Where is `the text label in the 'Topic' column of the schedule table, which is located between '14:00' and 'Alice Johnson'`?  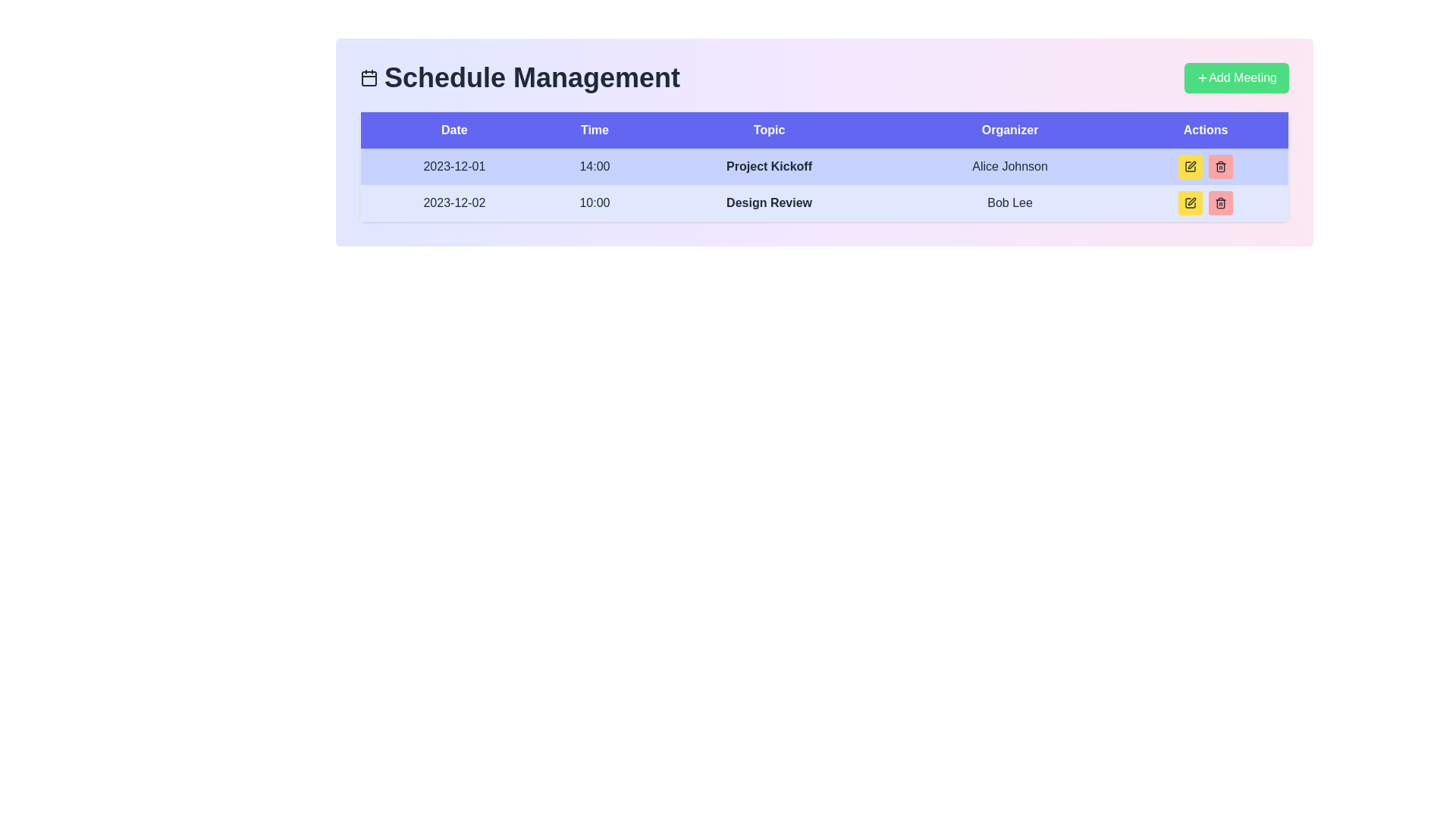
the text label in the 'Topic' column of the schedule table, which is located between '14:00' and 'Alice Johnson' is located at coordinates (769, 166).